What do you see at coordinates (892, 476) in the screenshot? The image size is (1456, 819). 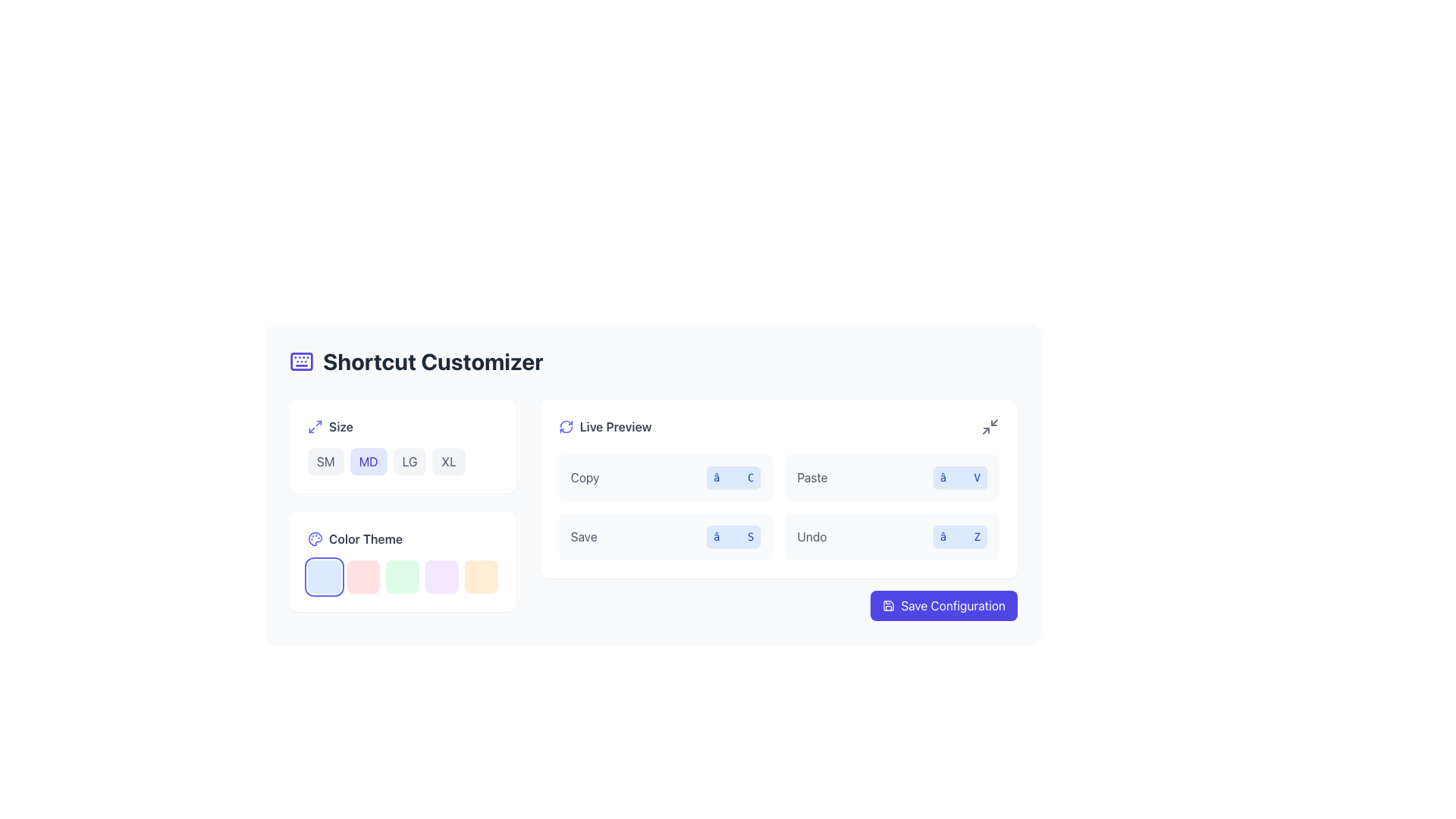 I see `the 'Paste' shortcut configuration option labeled with '⌘ V' in the 'Live Preview' section, which is positioned between 'Copy' and 'Save'` at bounding box center [892, 476].